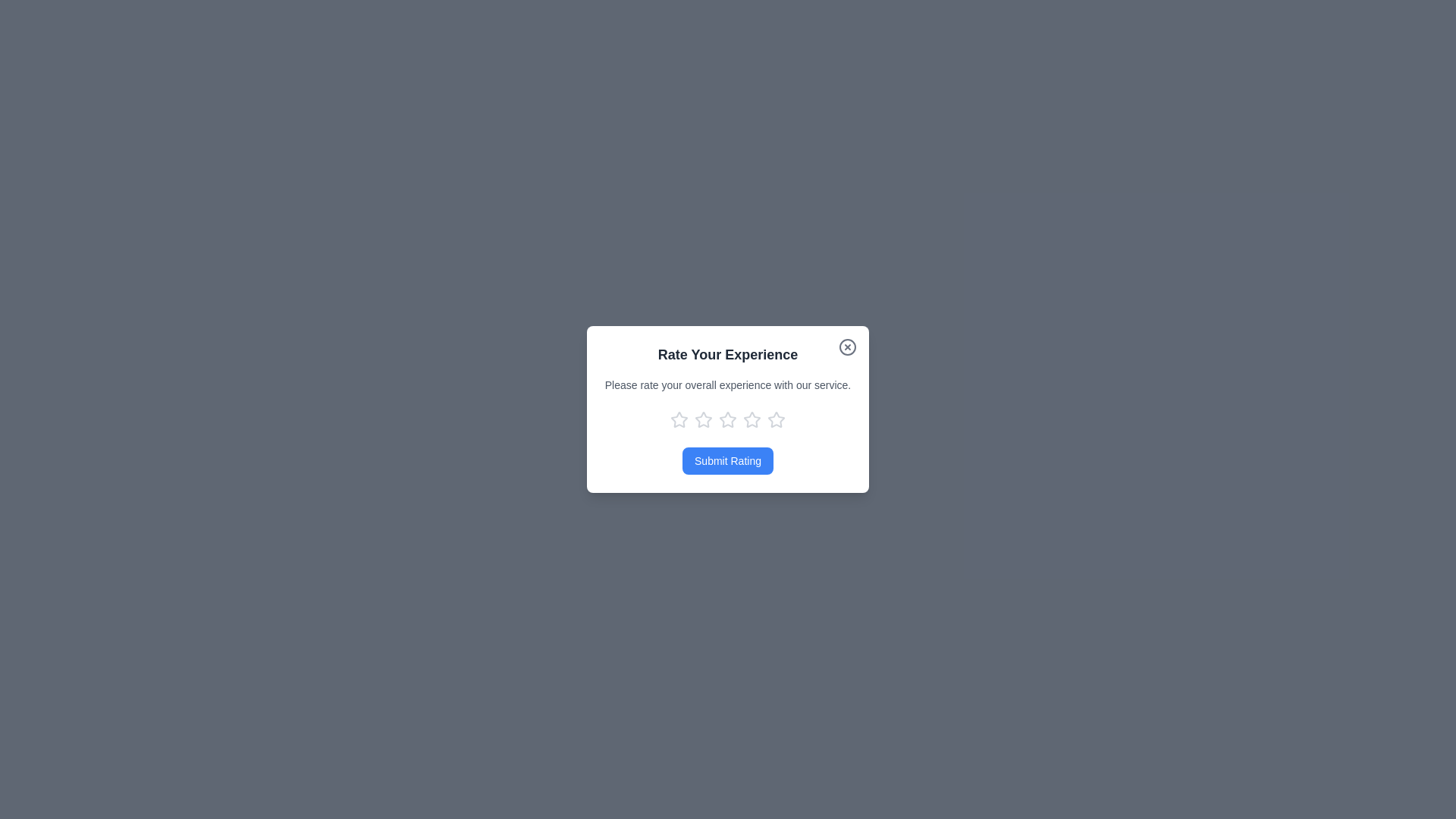  What do you see at coordinates (702, 420) in the screenshot?
I see `the star corresponding to the rating 2 to provide a rating` at bounding box center [702, 420].